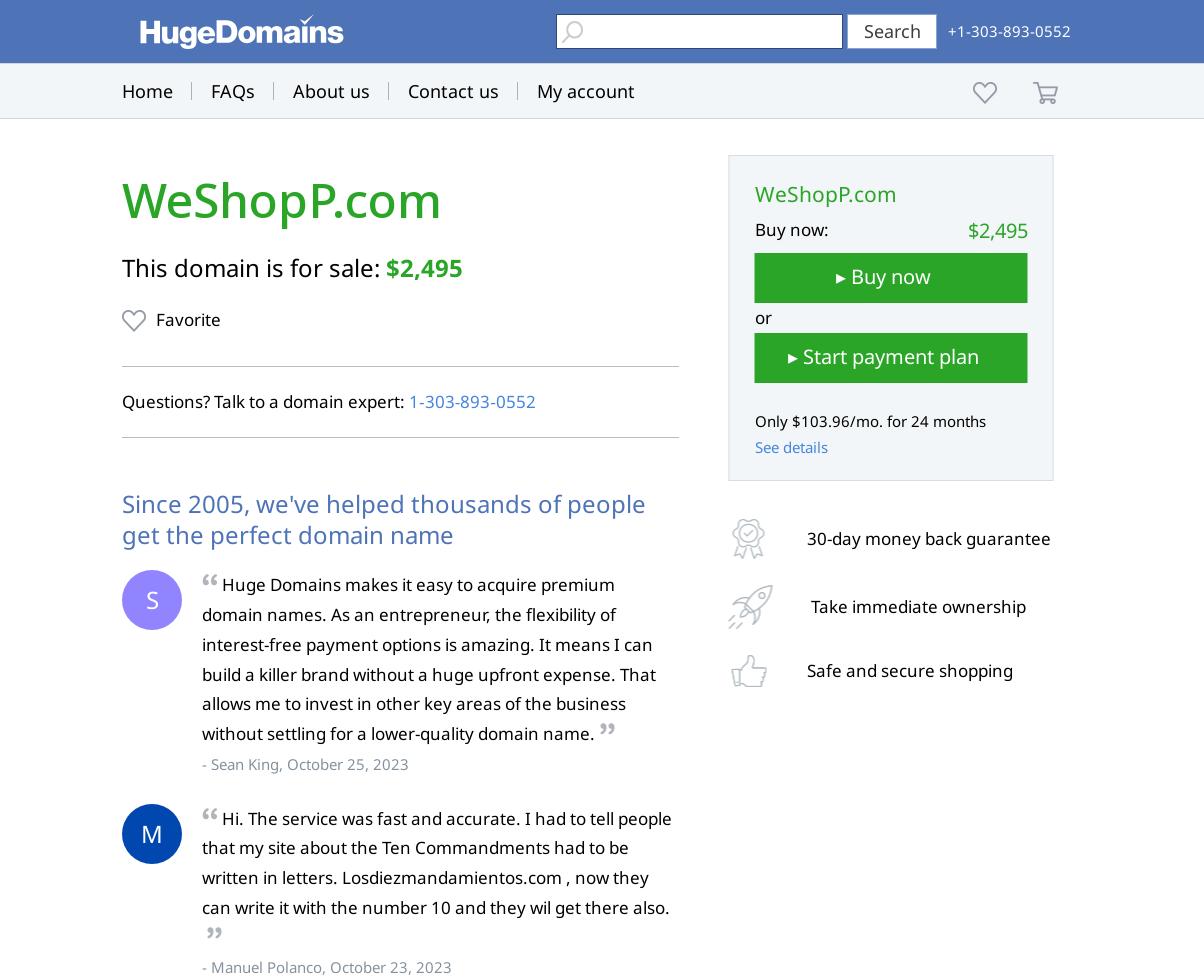  I want to click on '1‑303‑893‑0552', so click(471, 401).